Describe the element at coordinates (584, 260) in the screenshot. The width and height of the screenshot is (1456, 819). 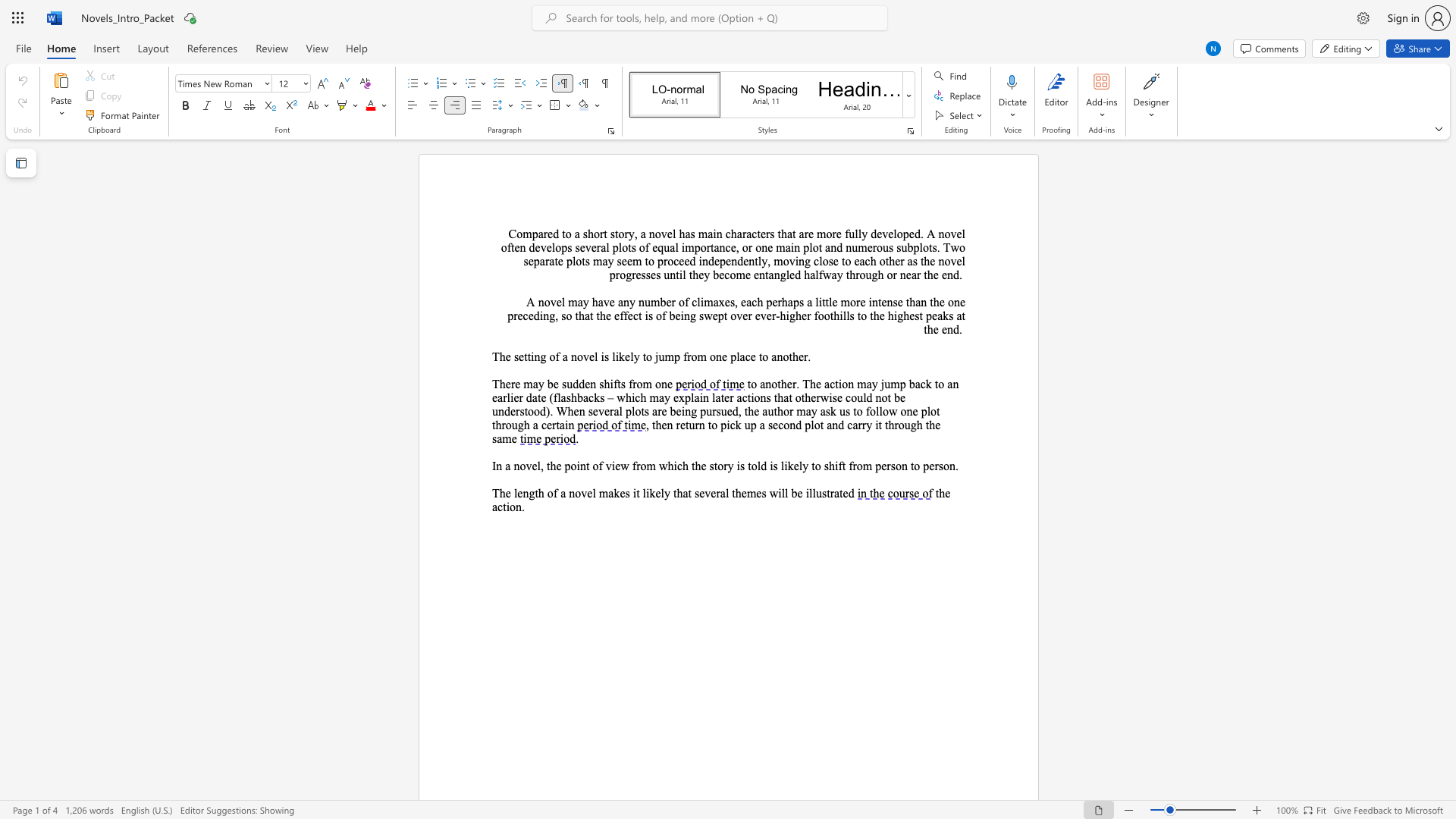
I see `the subset text "s ma" within the text "subplots. Two separate plots may seem to"` at that location.